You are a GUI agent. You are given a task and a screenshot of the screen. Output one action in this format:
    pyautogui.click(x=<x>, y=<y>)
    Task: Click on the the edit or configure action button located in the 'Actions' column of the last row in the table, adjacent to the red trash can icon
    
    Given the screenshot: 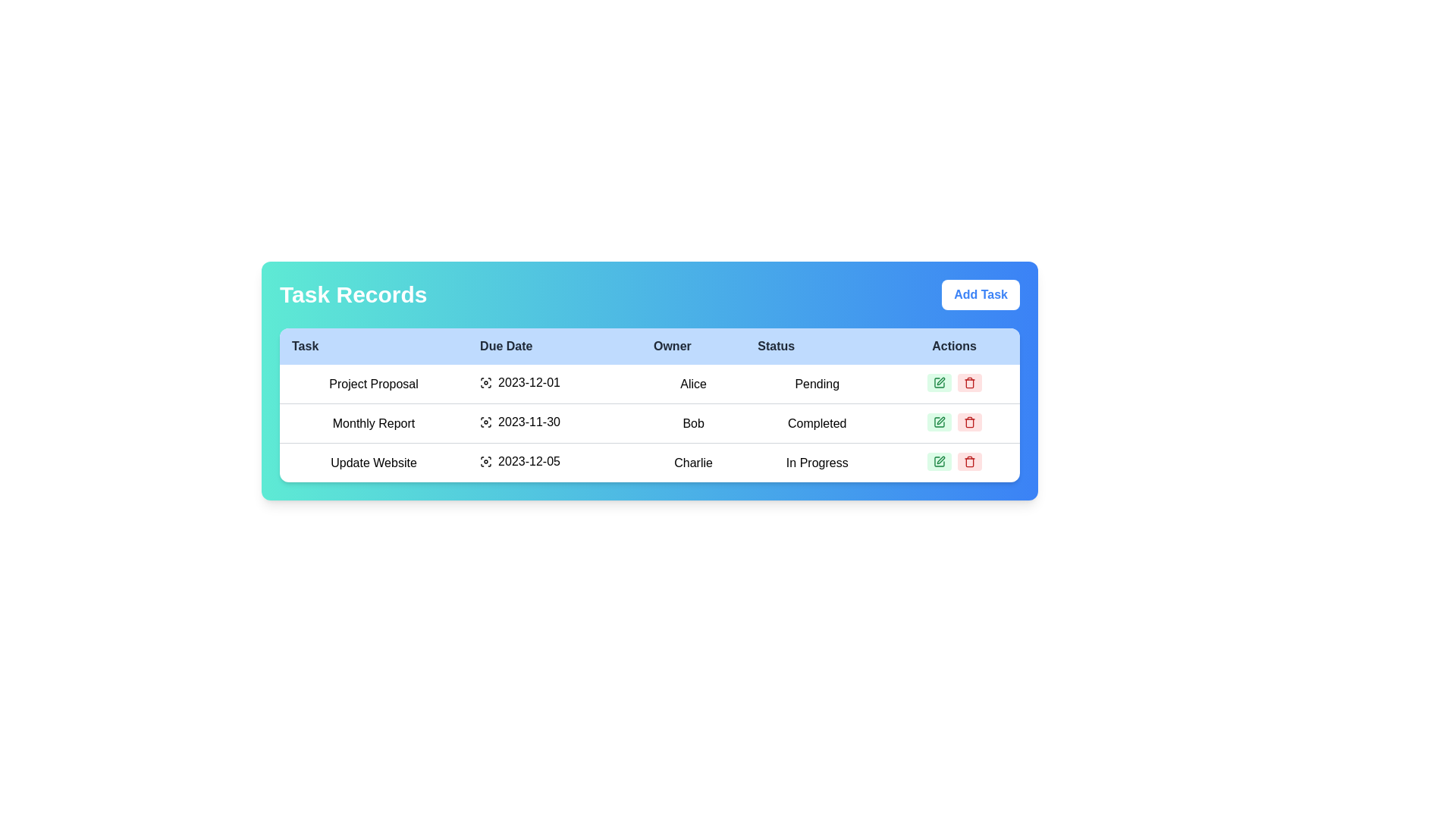 What is the action you would take?
    pyautogui.click(x=938, y=461)
    